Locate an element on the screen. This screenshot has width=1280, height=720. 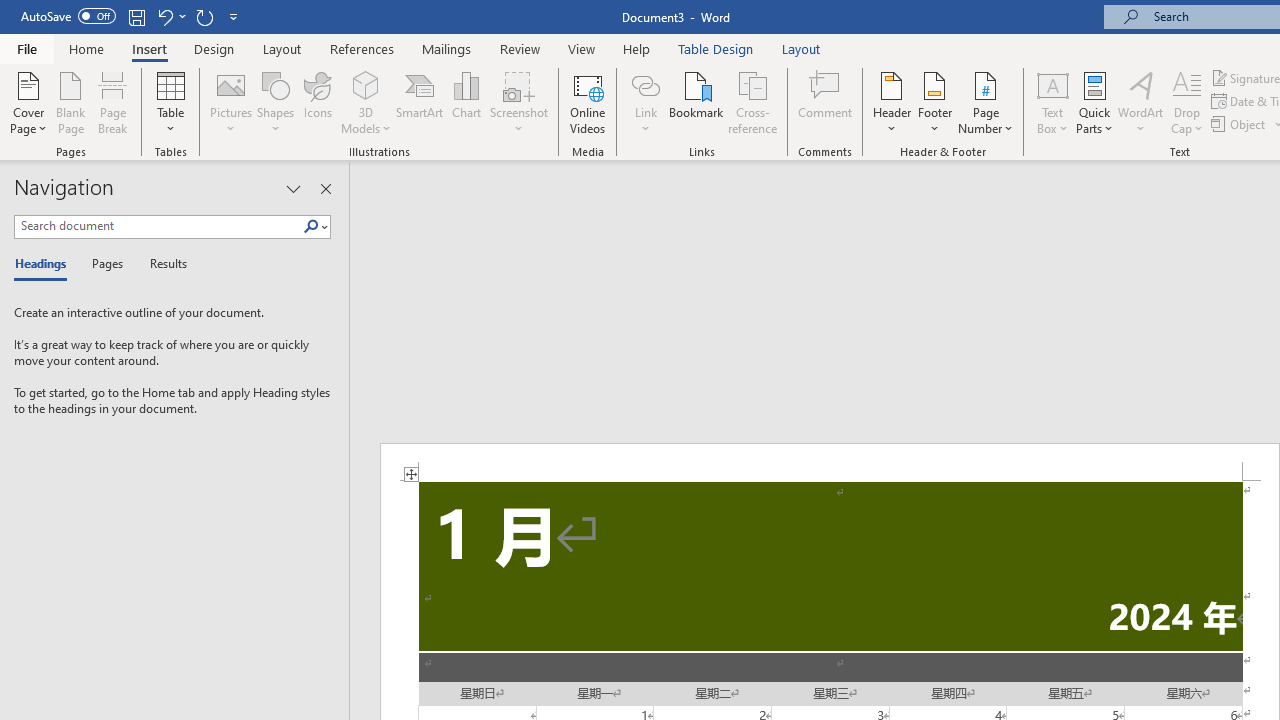
'Cross-reference...' is located at coordinates (751, 103).